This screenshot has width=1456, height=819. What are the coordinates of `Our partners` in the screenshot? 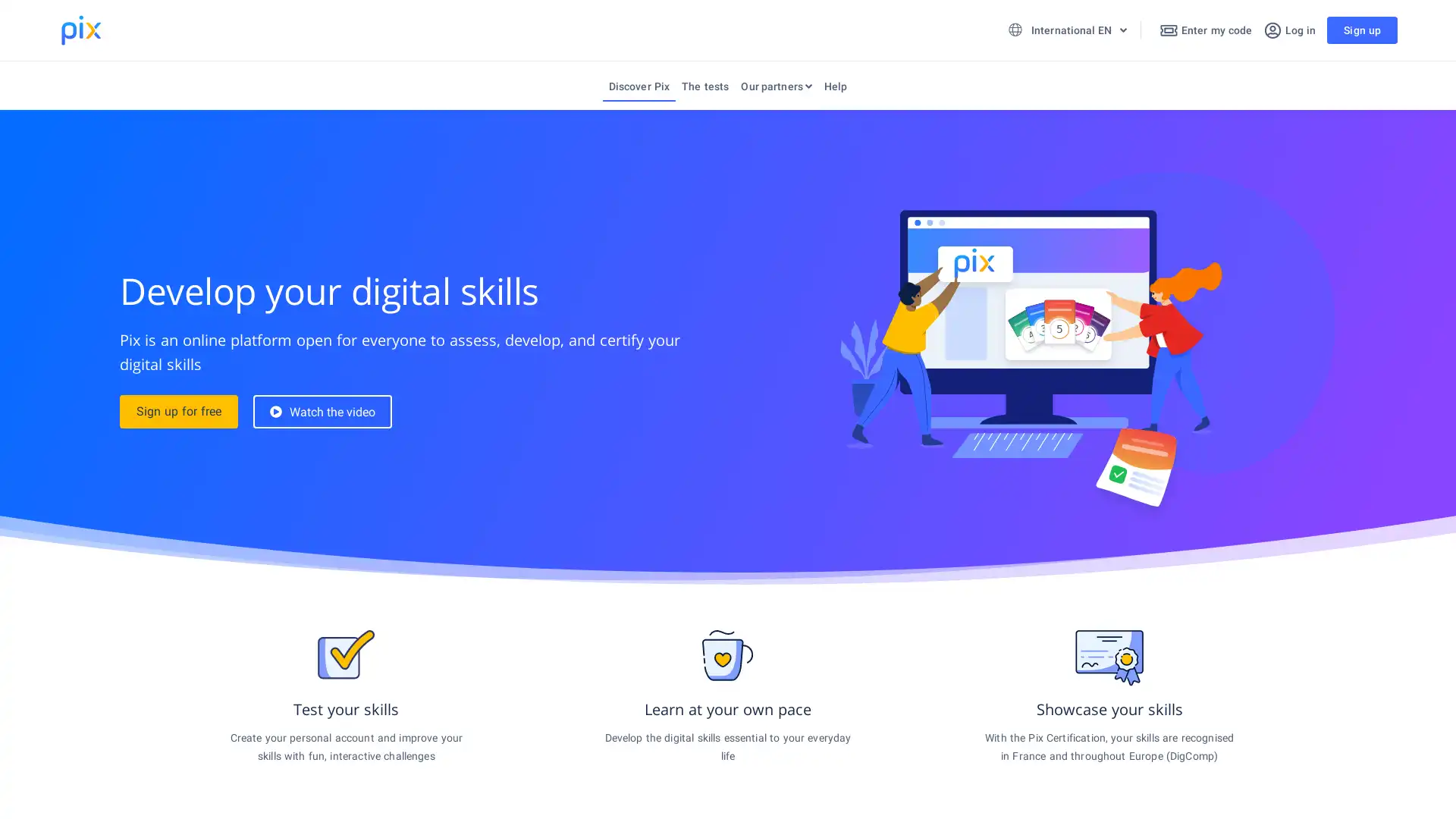 It's located at (776, 89).